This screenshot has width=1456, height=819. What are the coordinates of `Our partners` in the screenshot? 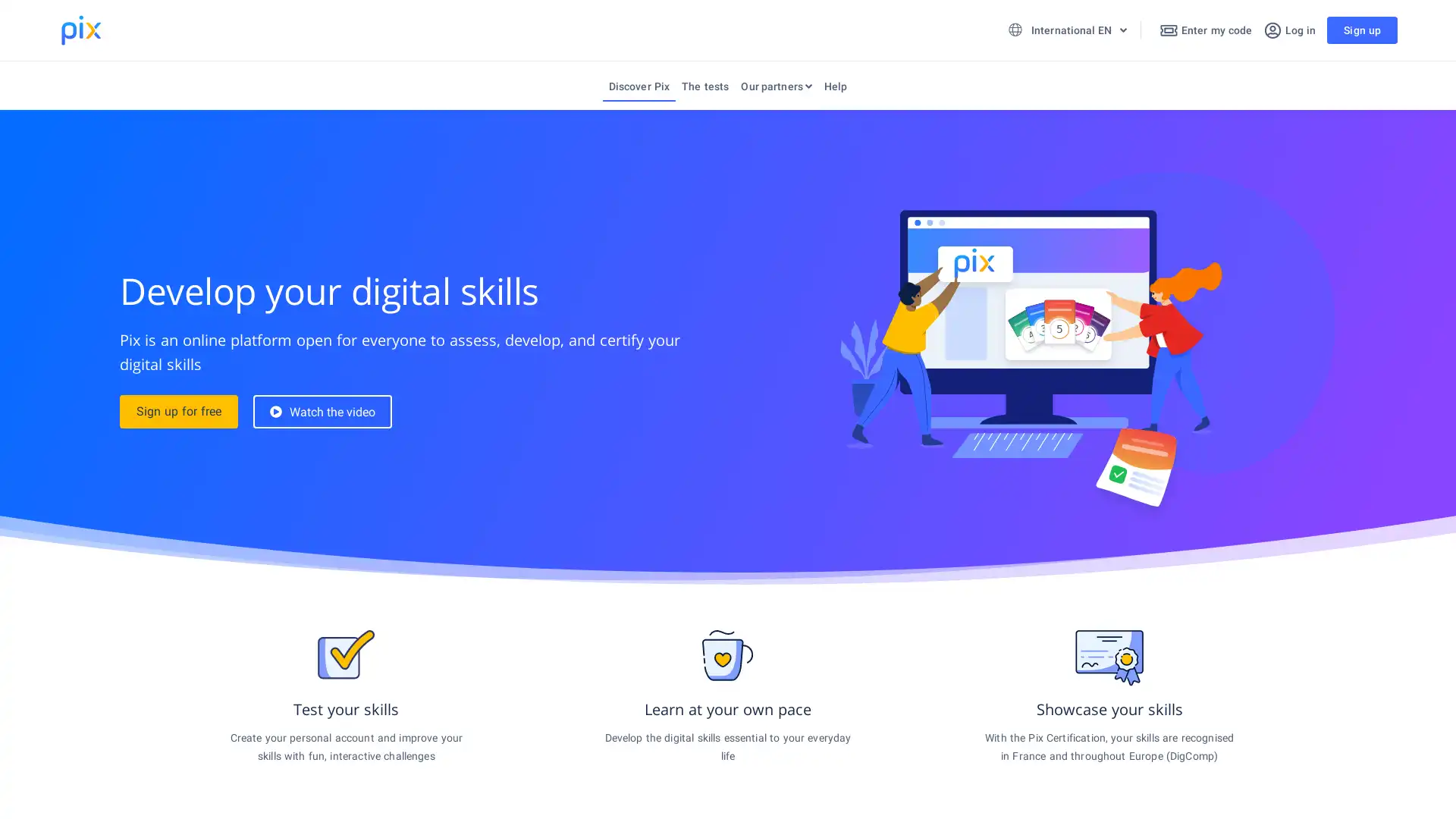 It's located at (776, 89).